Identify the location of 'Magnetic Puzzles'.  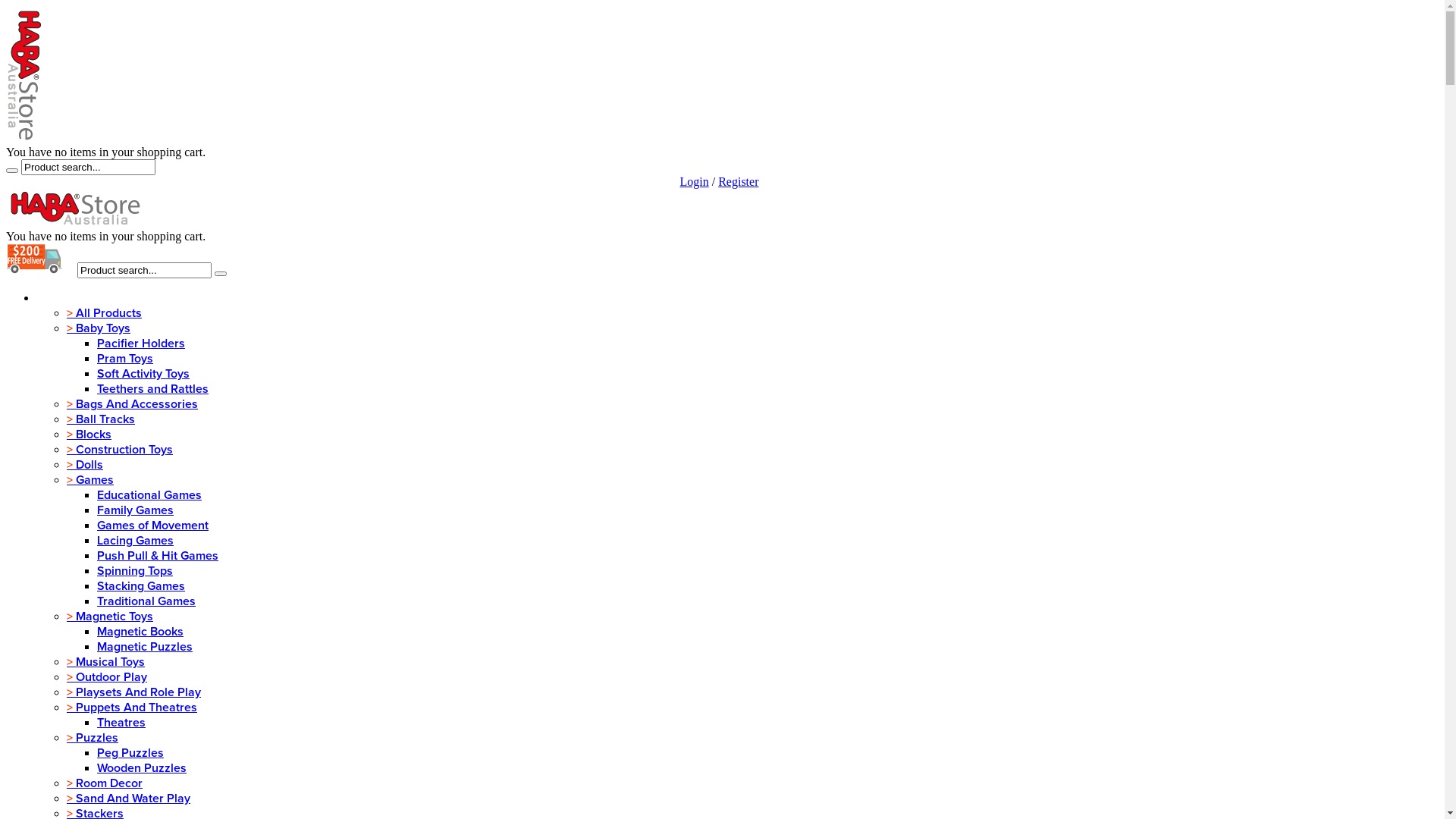
(96, 646).